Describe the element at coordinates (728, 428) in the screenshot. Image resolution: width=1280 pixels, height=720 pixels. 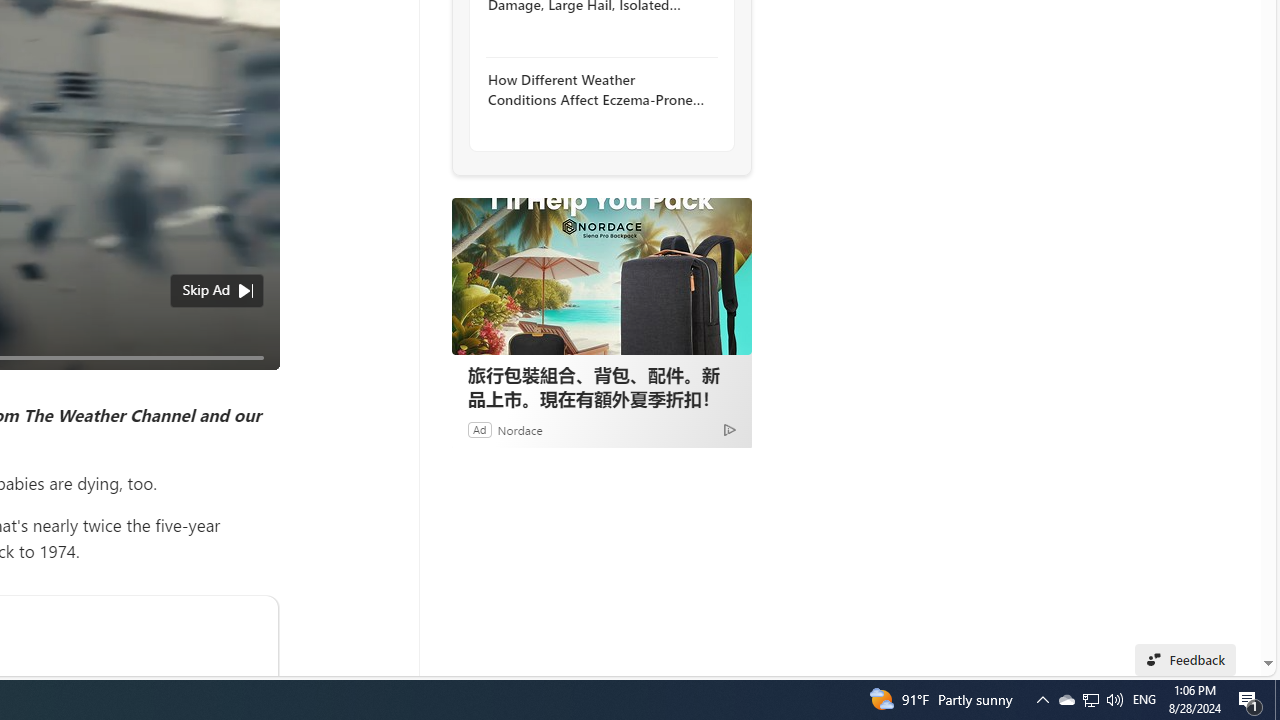
I see `'Ad Choice'` at that location.